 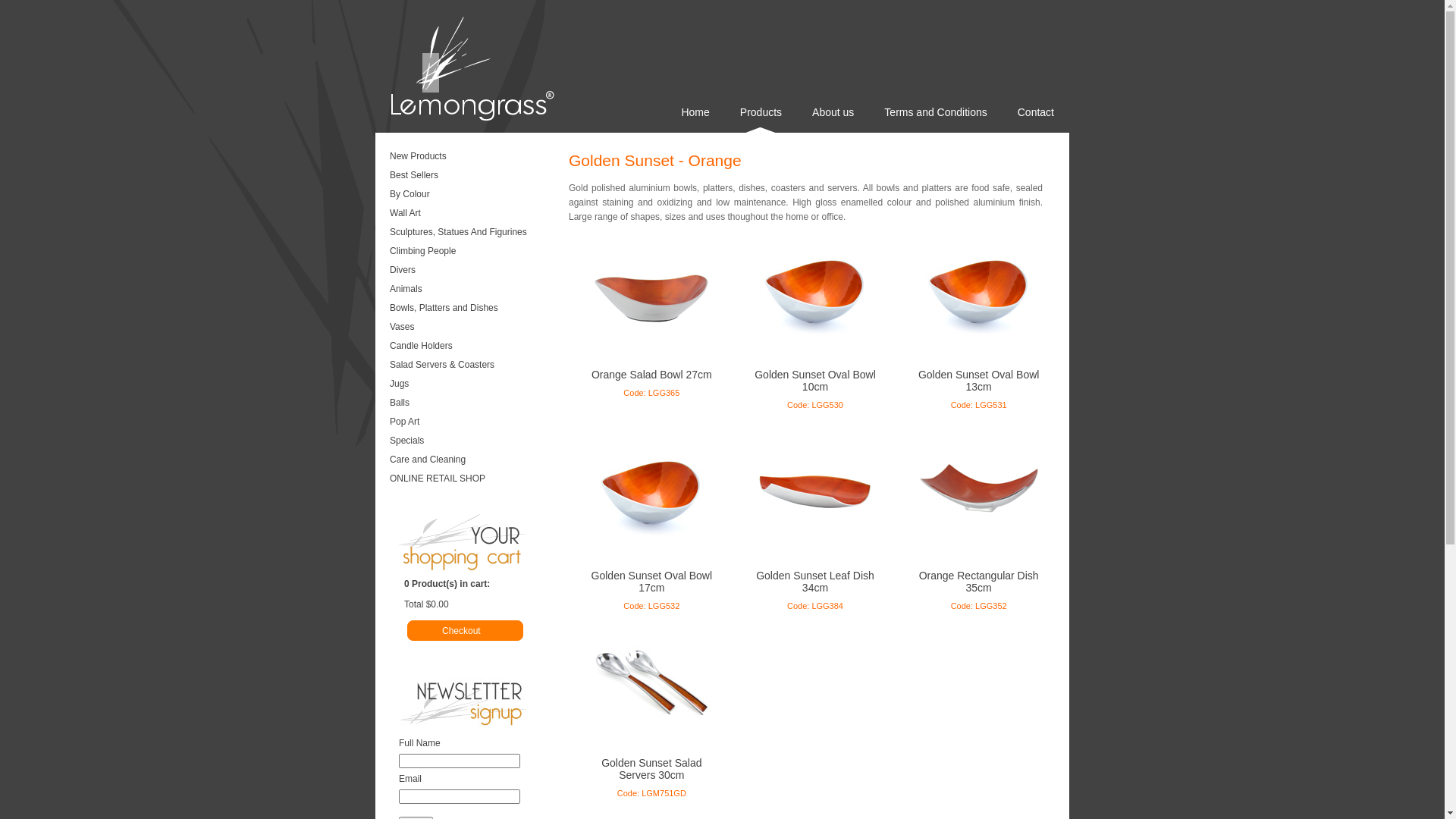 I want to click on 'Home', so click(x=694, y=118).